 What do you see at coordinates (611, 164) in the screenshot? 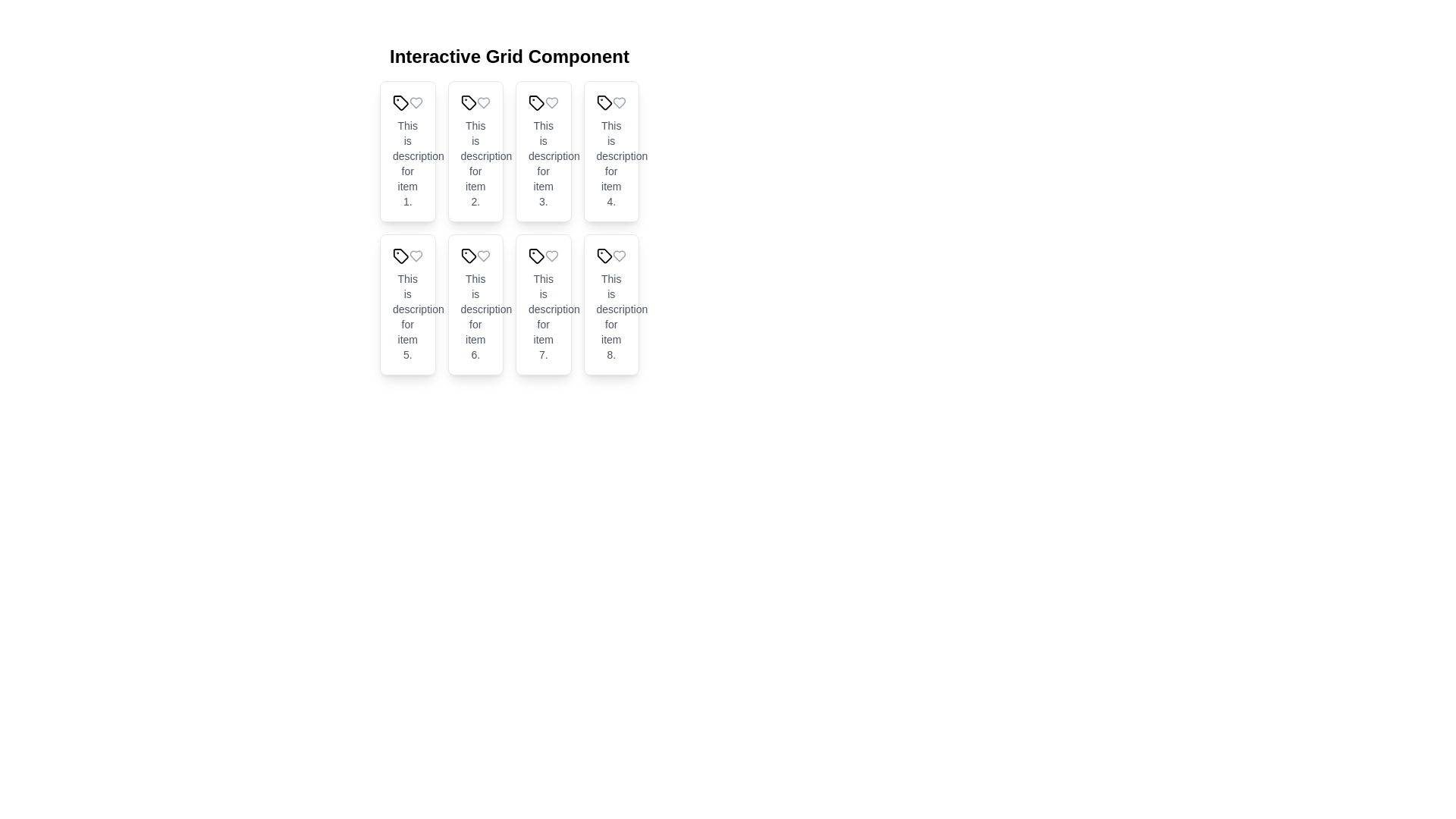
I see `the text block styled with smaller, light gray text that reads 'This is description for item 4.', located beneath the title 'Tile 4' within the fourth tile of the grid layout` at bounding box center [611, 164].